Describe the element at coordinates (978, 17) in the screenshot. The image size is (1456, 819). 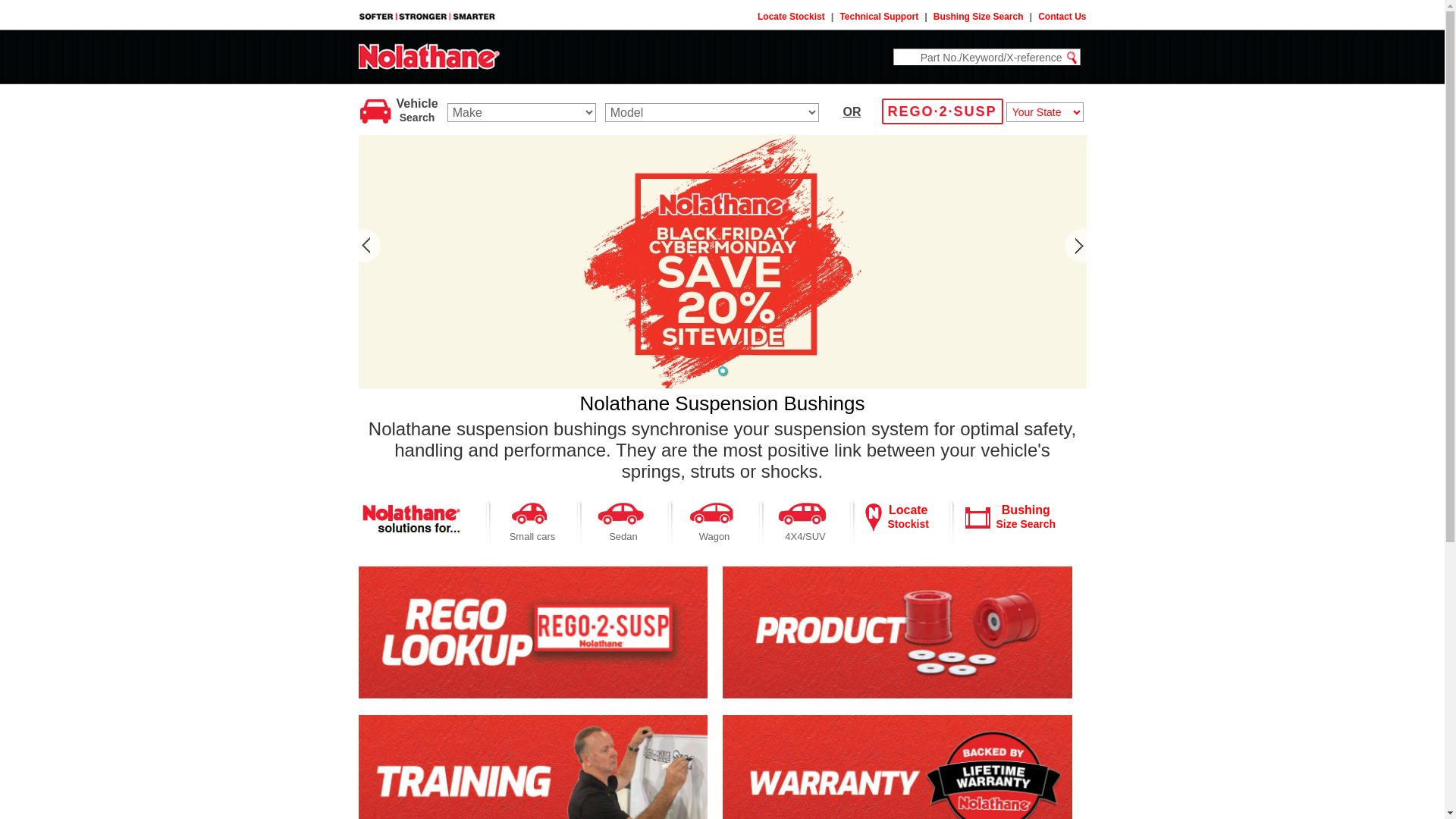
I see `'Bushing Size Search'` at that location.